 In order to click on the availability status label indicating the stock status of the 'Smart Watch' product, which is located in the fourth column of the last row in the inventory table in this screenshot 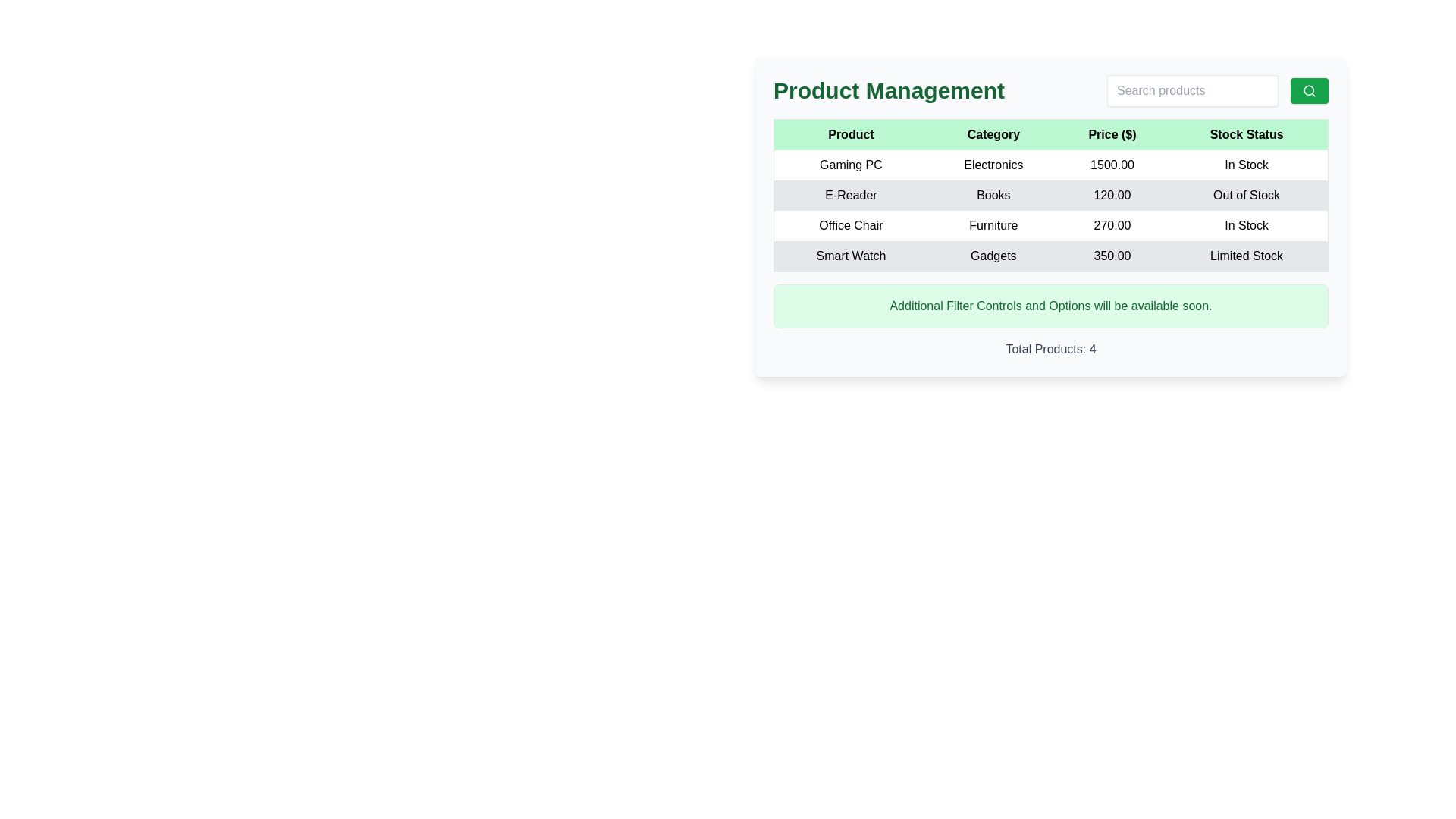, I will do `click(1247, 256)`.